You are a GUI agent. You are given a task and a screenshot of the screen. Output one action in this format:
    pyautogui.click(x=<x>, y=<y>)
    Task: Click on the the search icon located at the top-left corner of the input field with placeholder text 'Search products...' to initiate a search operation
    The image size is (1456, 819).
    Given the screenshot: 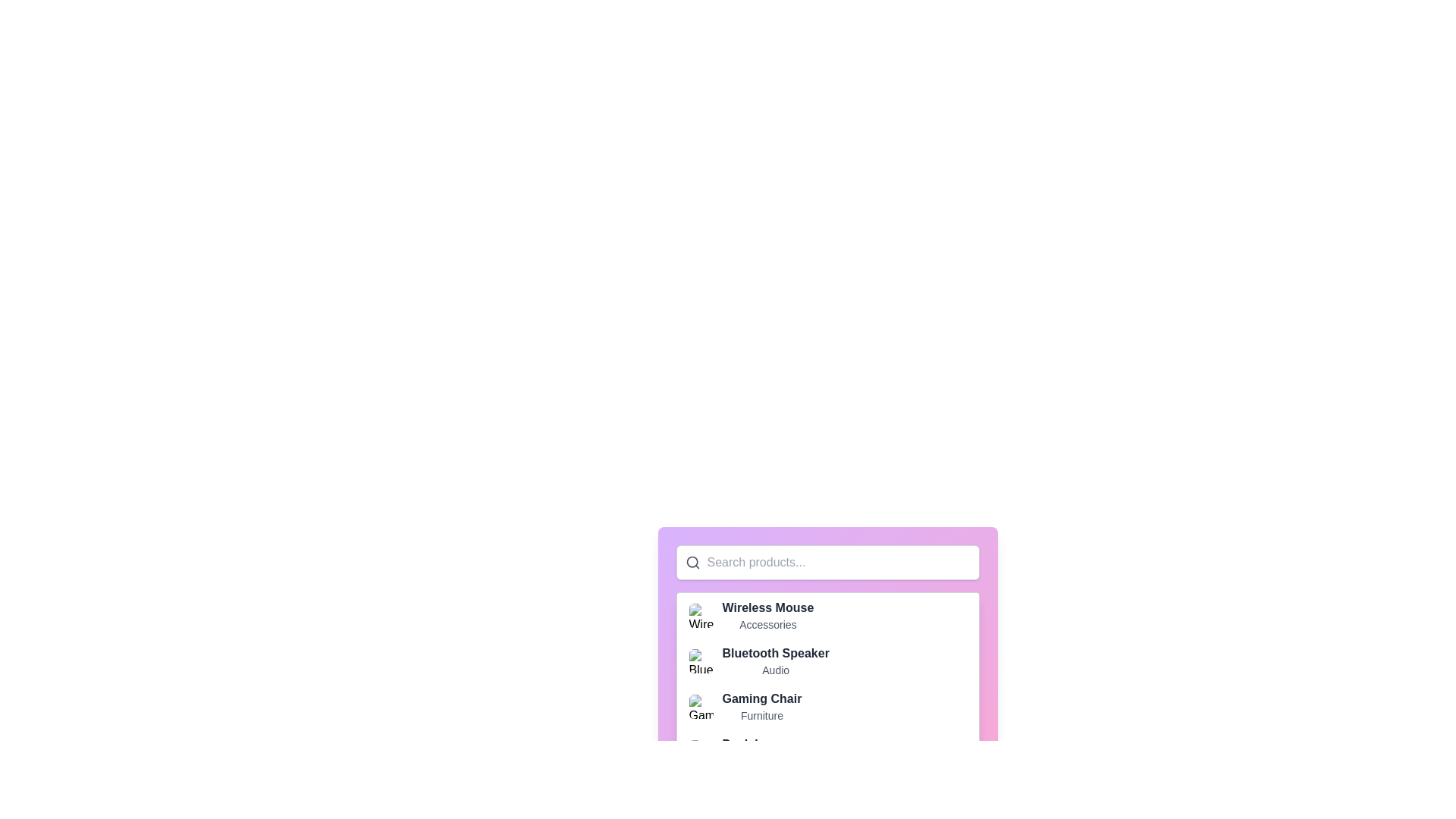 What is the action you would take?
    pyautogui.click(x=692, y=562)
    